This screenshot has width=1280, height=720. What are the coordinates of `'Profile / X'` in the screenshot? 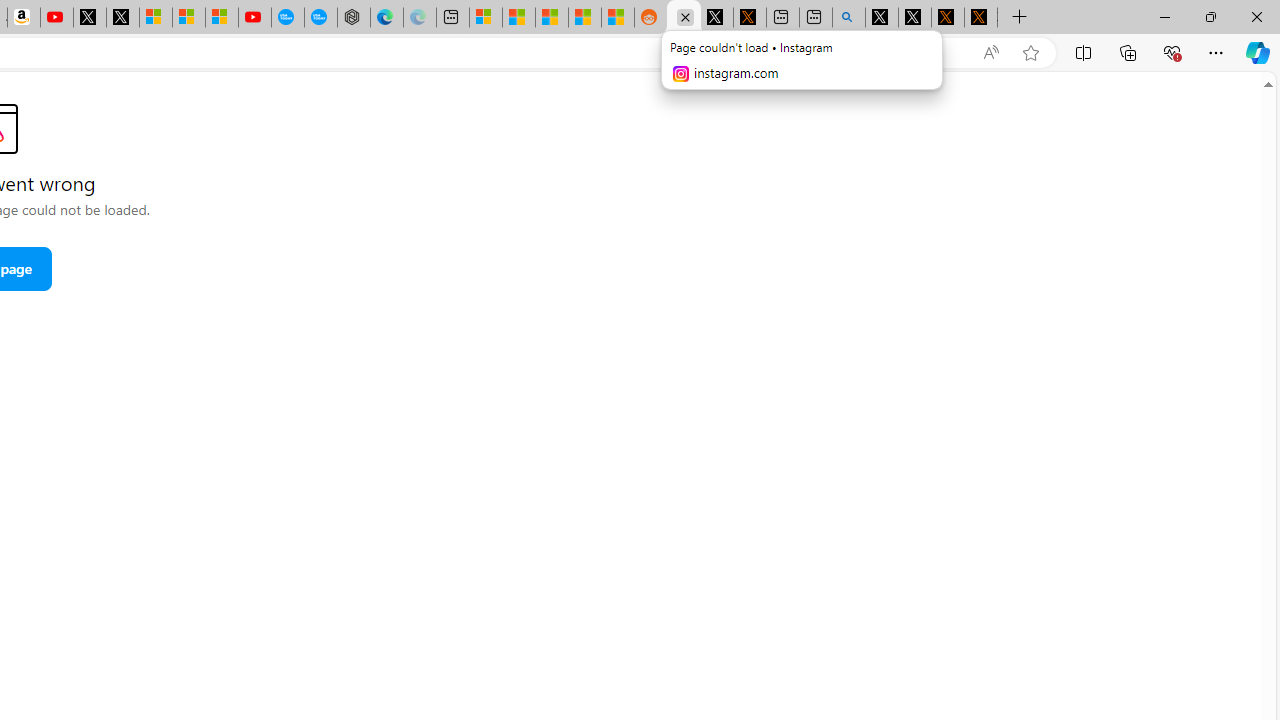 It's located at (881, 17).